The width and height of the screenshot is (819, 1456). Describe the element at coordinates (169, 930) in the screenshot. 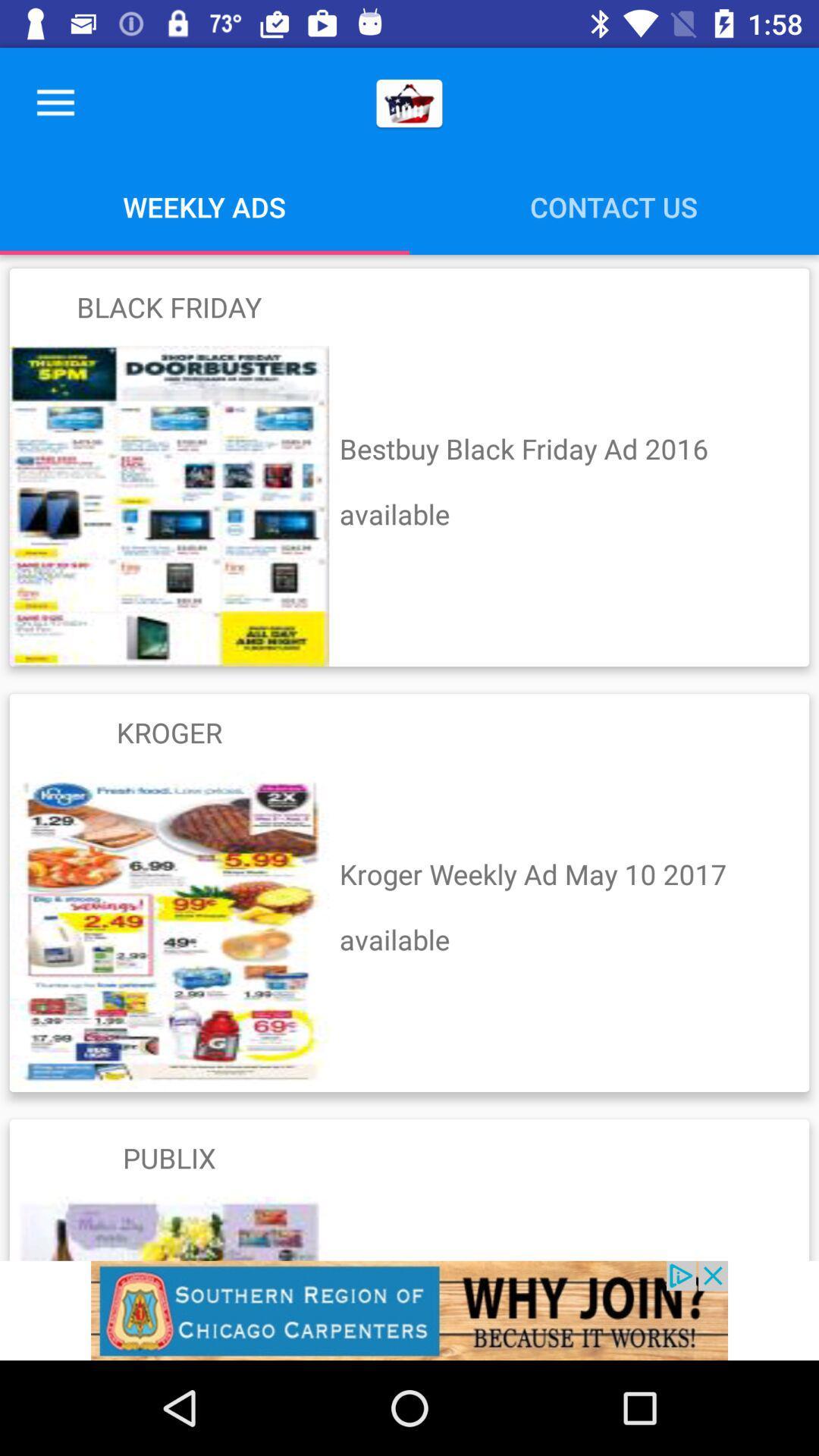

I see `the image below kroger` at that location.